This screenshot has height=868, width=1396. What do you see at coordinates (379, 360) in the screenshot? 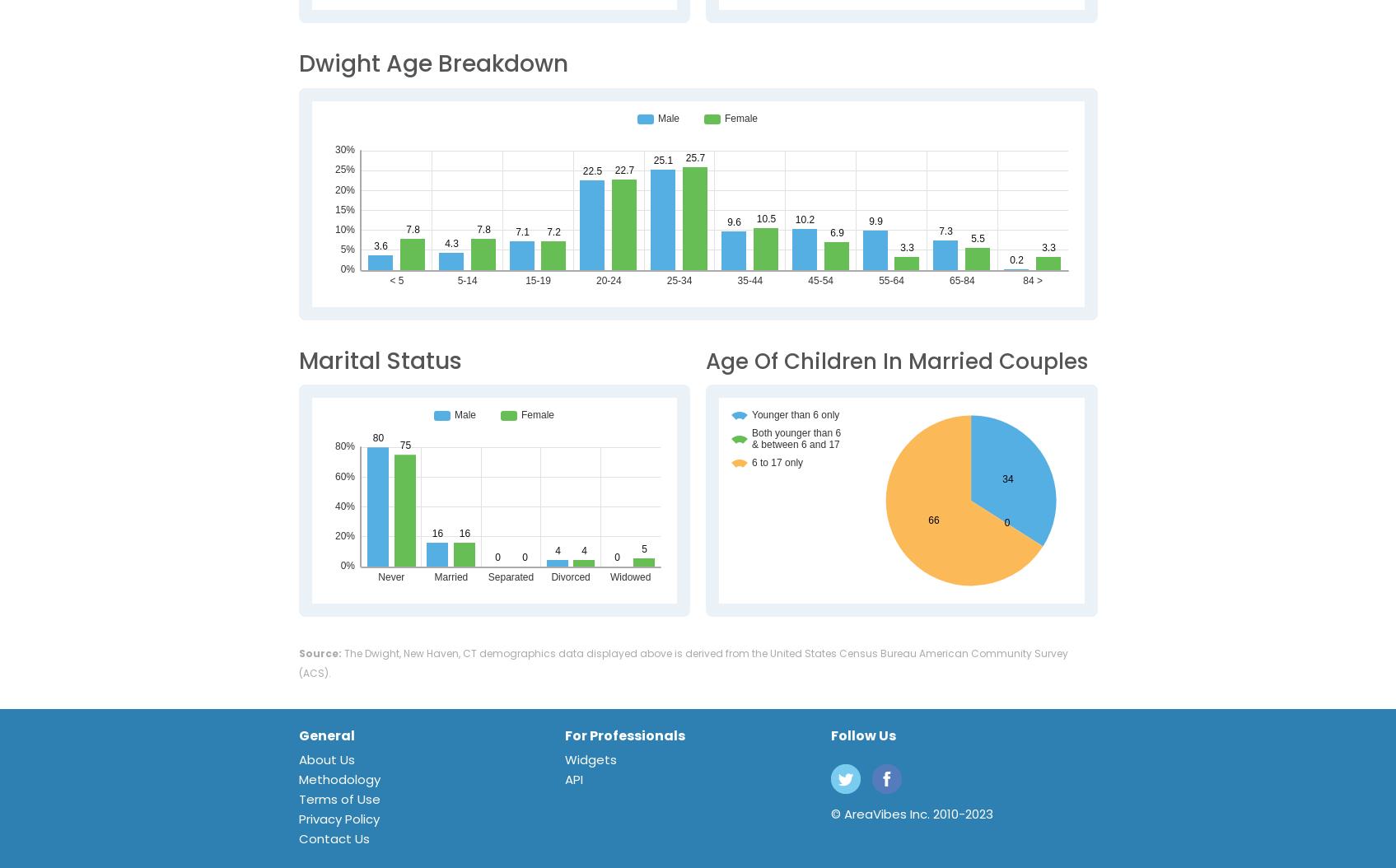
I see `'Marital status'` at bounding box center [379, 360].